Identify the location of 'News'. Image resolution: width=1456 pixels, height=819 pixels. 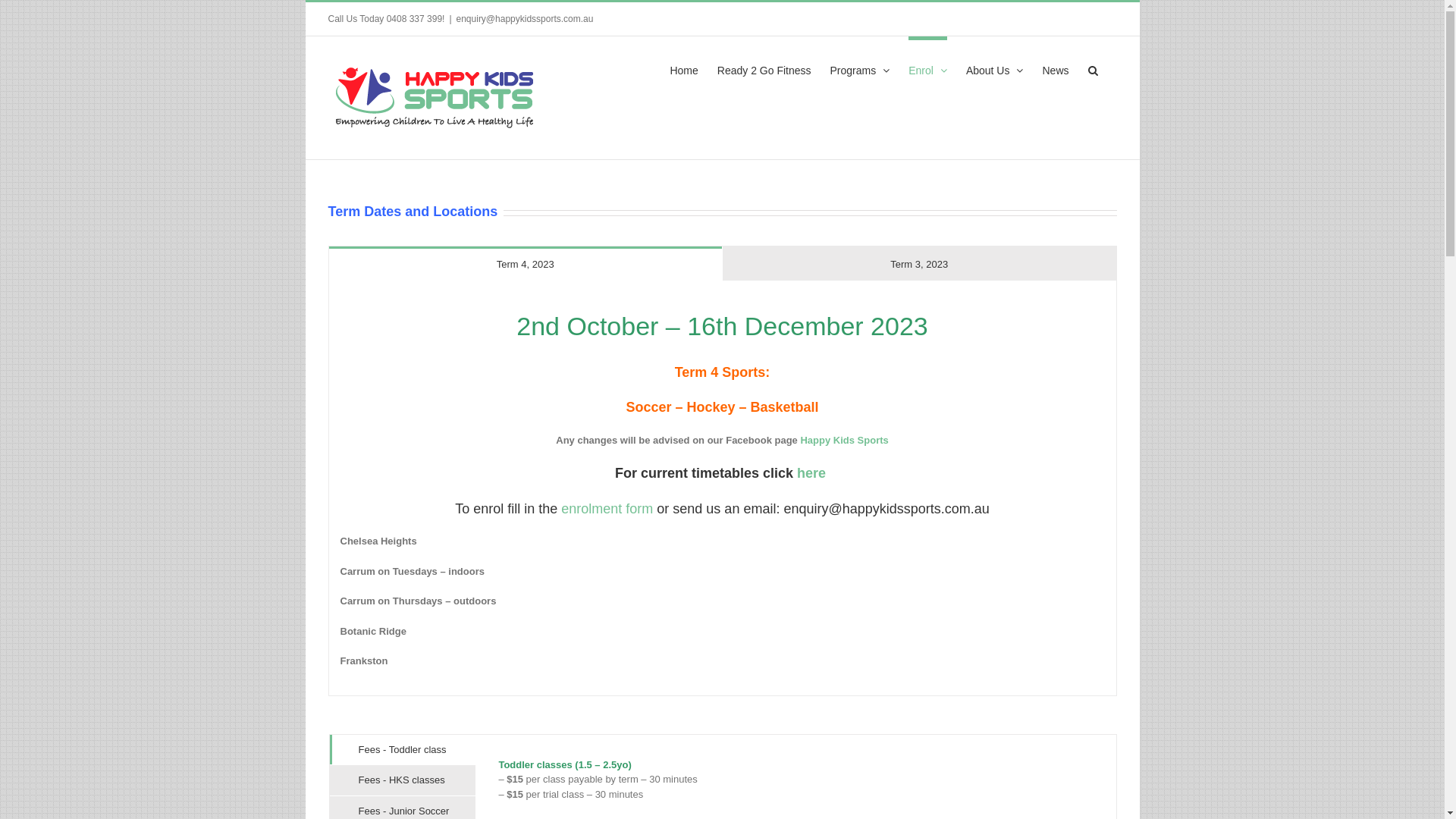
(1054, 67).